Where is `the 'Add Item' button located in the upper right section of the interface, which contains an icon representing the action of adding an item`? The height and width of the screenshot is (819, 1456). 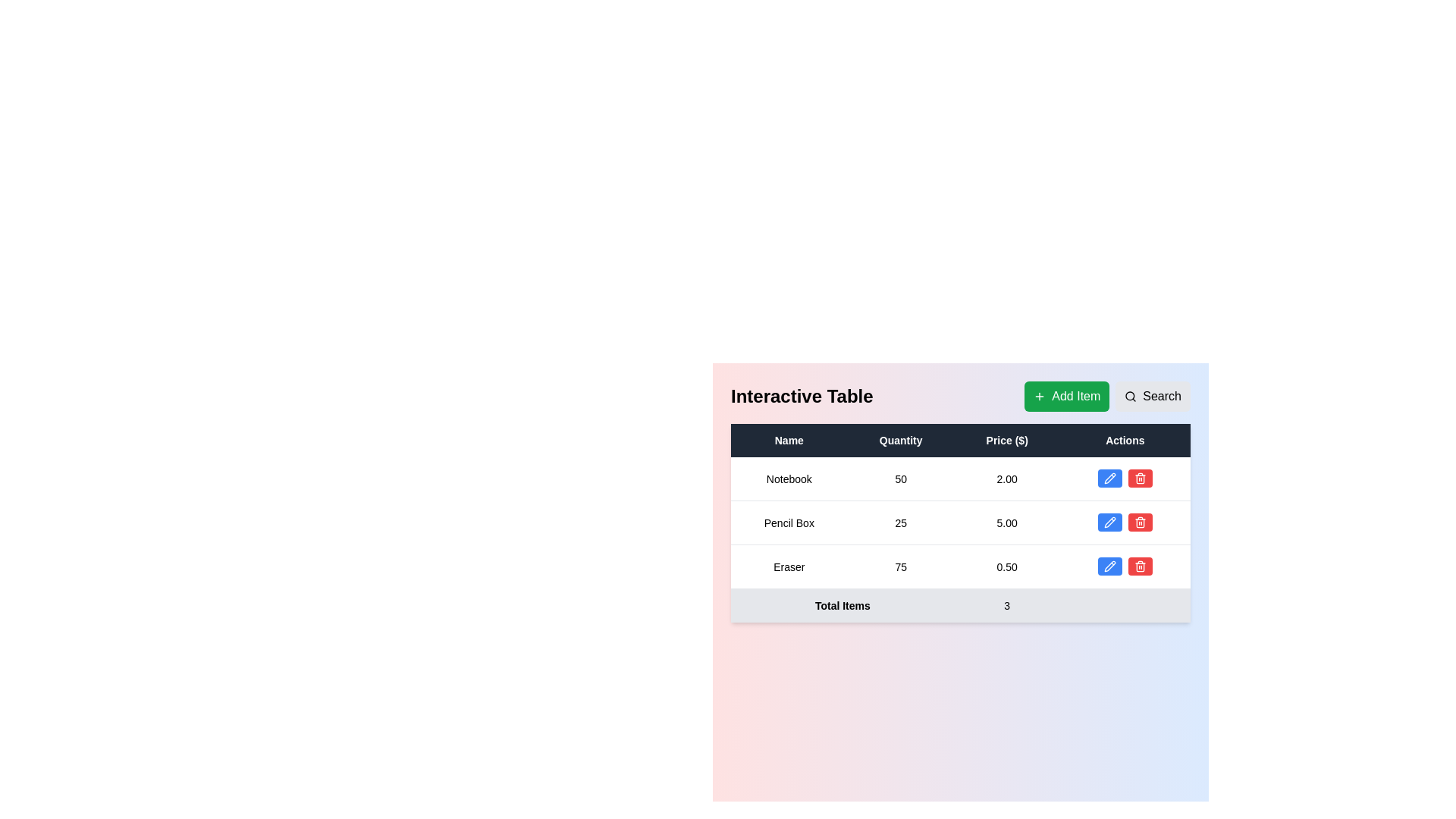
the 'Add Item' button located in the upper right section of the interface, which contains an icon representing the action of adding an item is located at coordinates (1039, 396).